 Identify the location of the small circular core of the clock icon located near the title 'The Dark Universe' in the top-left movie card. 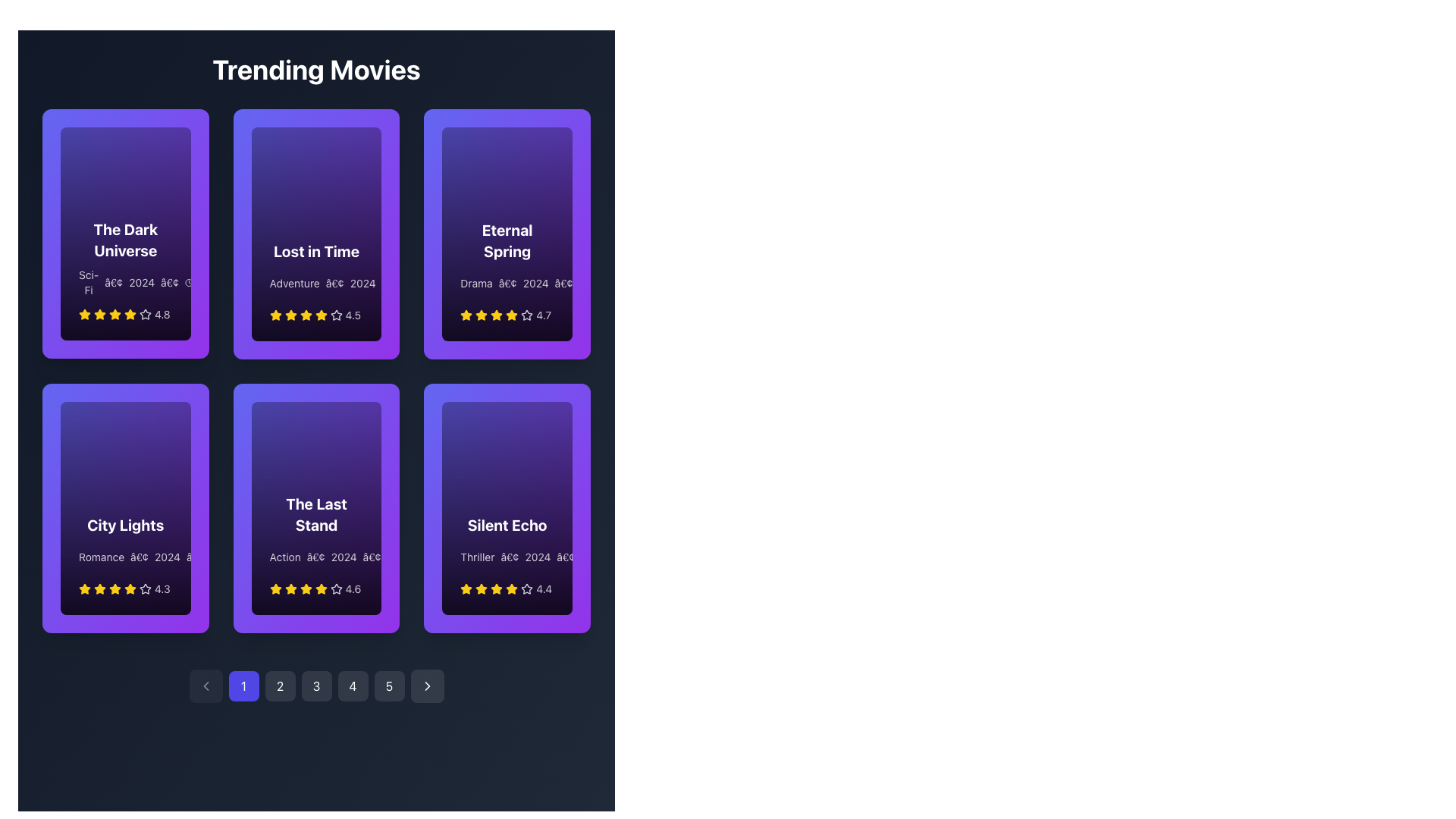
(188, 283).